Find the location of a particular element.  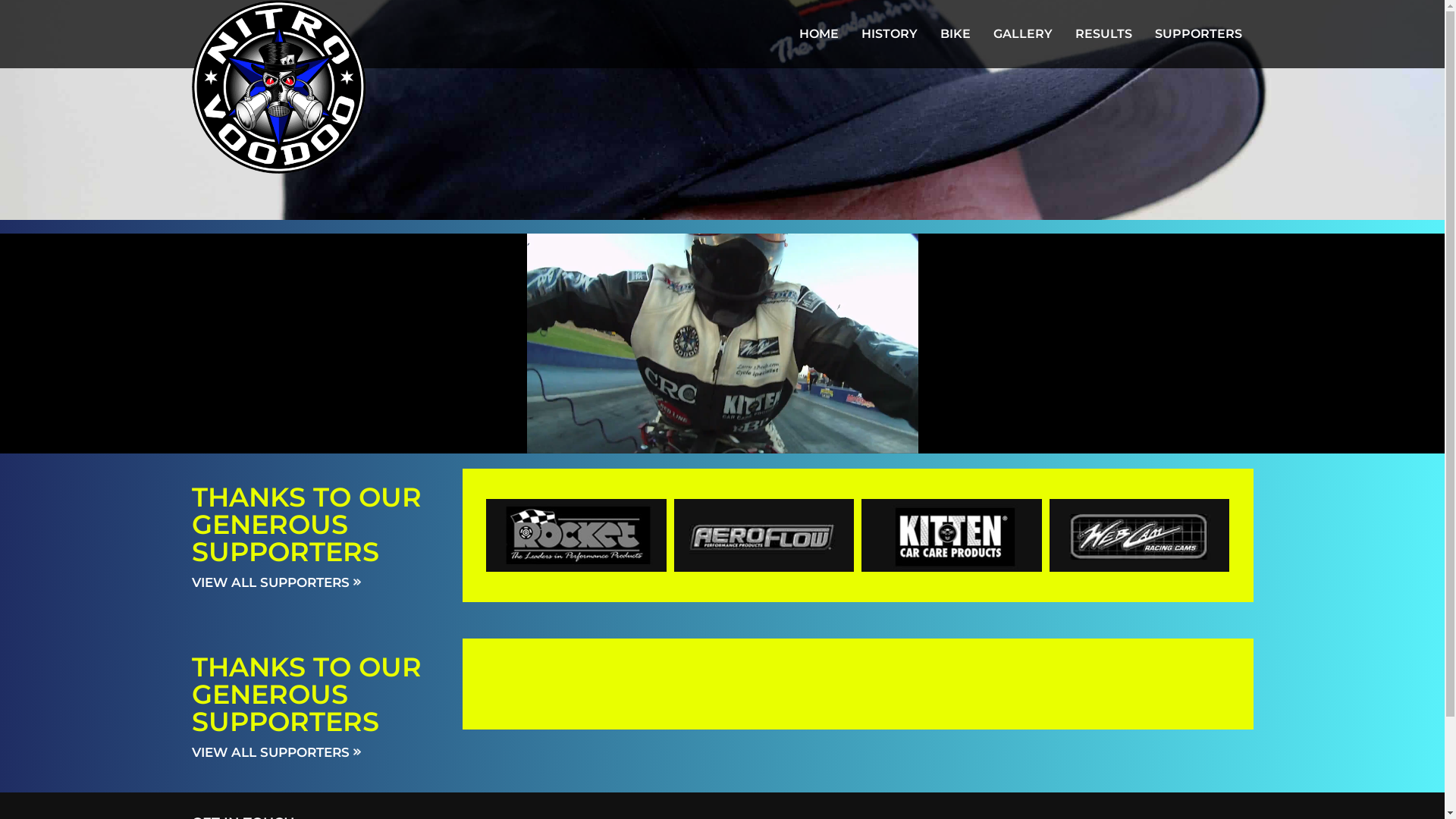

'SUPPORTERS' is located at coordinates (1197, 34).